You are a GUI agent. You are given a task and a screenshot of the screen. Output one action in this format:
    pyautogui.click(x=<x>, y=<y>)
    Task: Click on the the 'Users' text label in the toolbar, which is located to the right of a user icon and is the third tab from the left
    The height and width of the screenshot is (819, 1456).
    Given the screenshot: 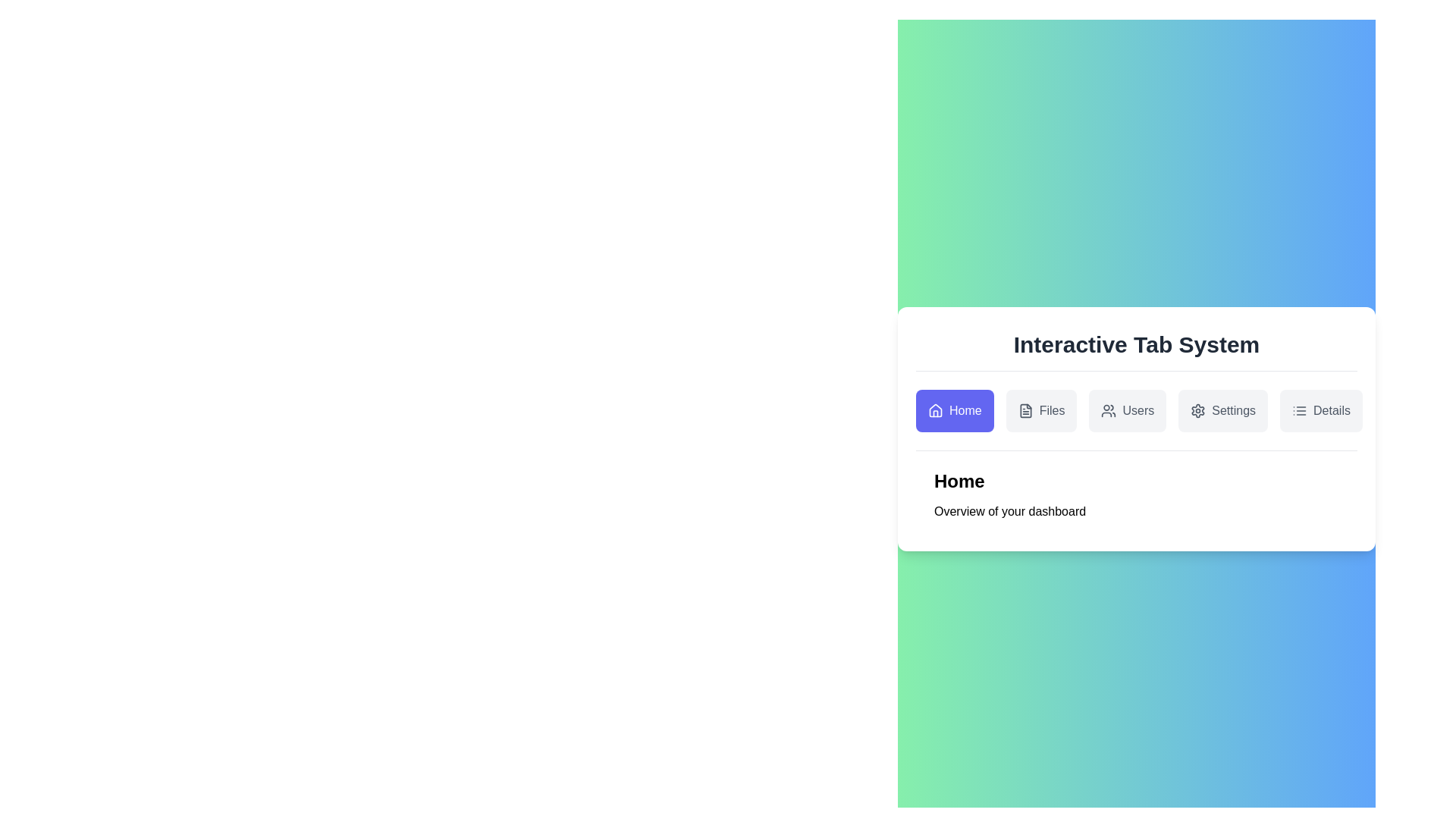 What is the action you would take?
    pyautogui.click(x=1138, y=411)
    